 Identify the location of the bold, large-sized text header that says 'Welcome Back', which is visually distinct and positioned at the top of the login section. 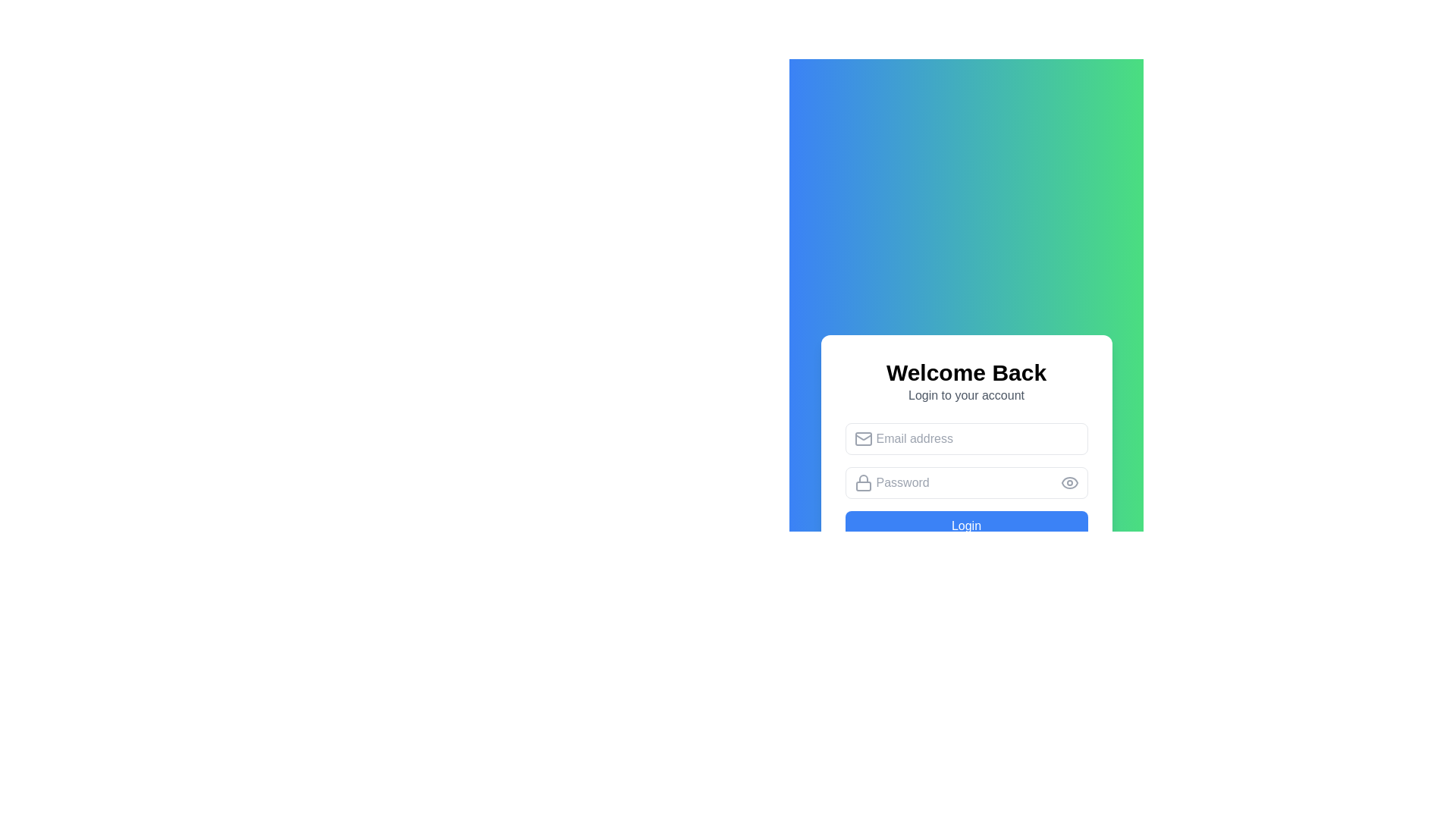
(965, 373).